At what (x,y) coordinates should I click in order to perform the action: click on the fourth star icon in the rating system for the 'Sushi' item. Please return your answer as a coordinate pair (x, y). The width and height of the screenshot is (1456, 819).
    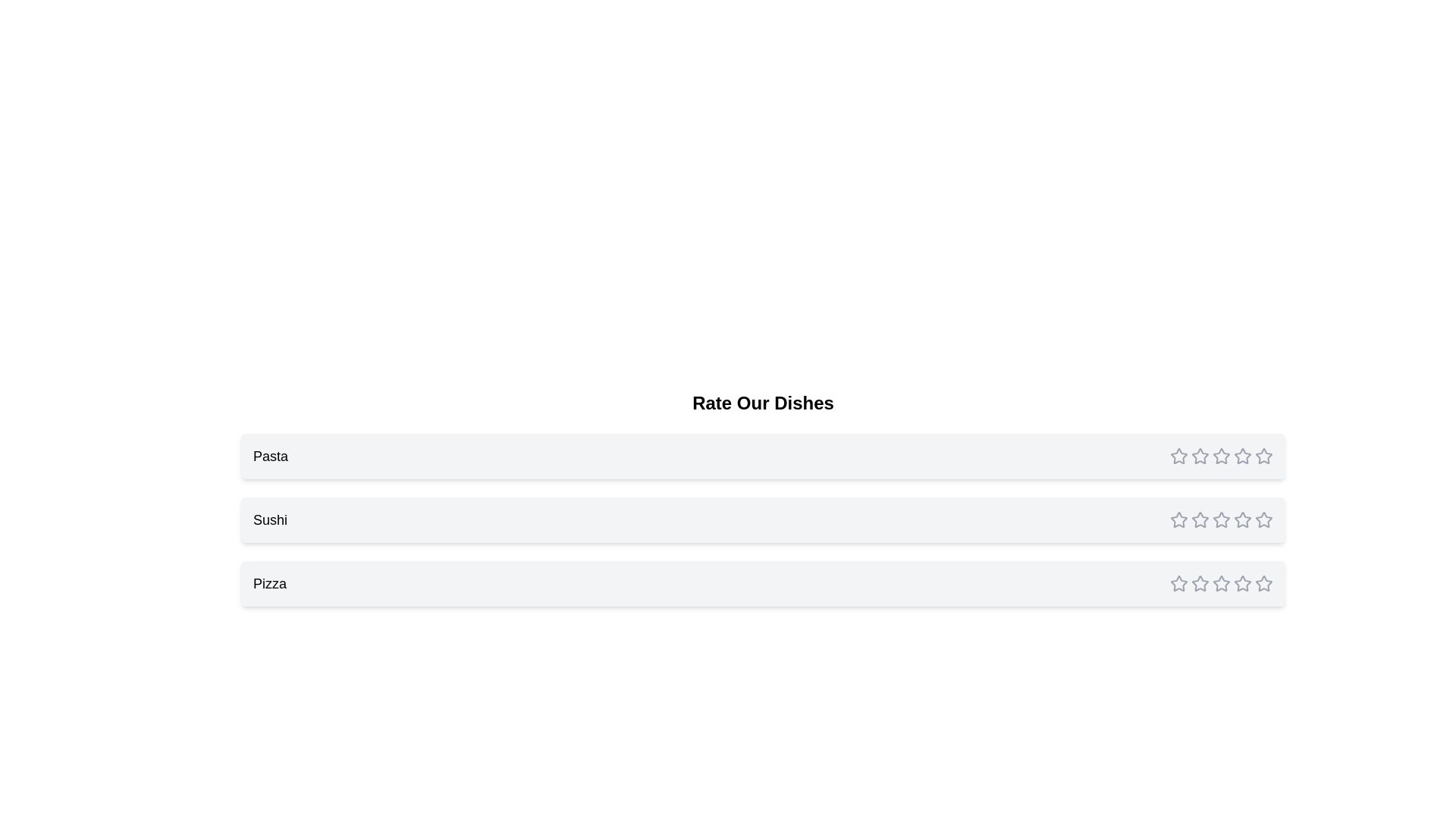
    Looking at the image, I should click on (1242, 519).